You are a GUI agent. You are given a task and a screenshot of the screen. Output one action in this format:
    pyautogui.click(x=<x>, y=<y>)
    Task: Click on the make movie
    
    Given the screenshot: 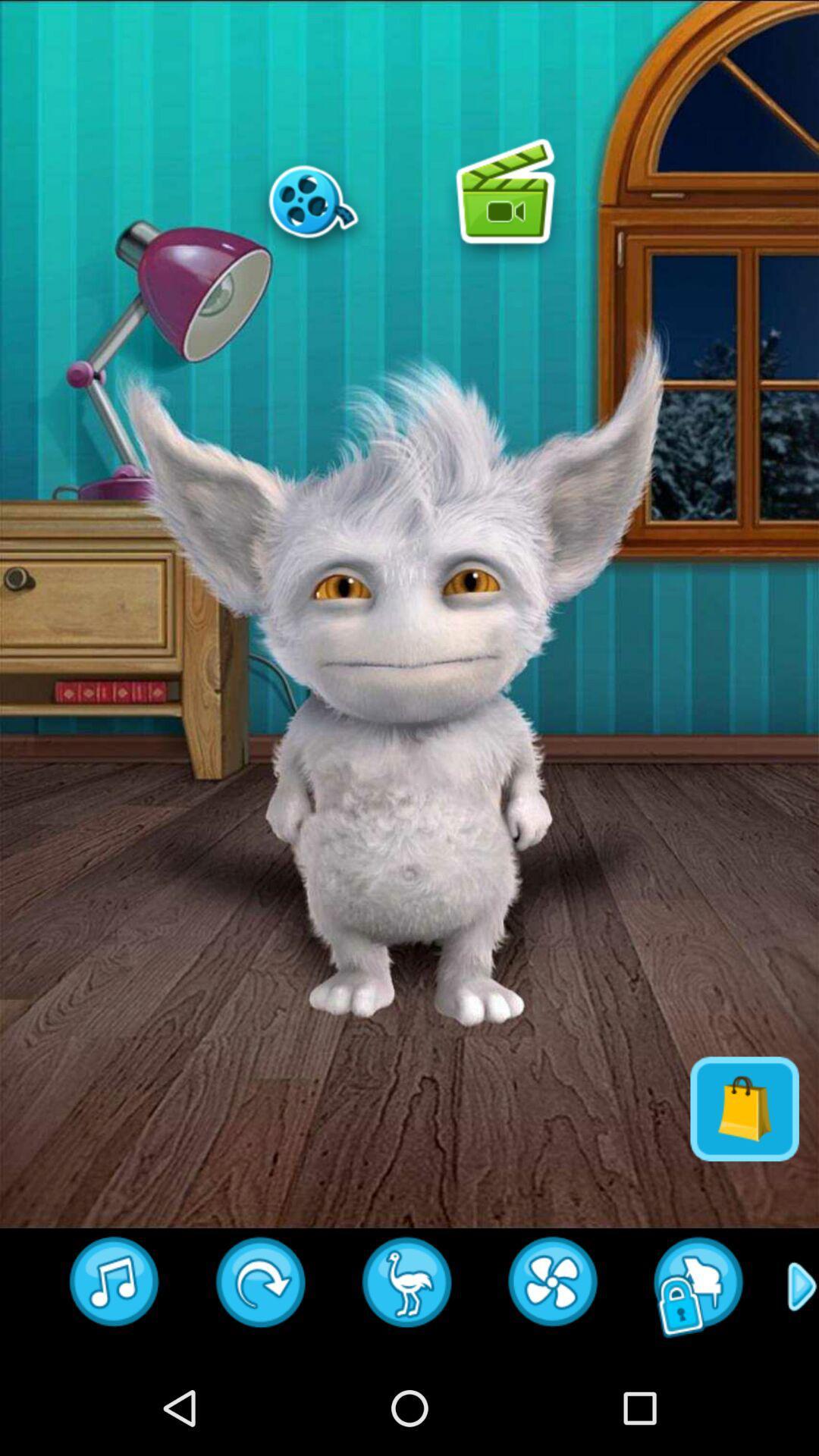 What is the action you would take?
    pyautogui.click(x=312, y=200)
    